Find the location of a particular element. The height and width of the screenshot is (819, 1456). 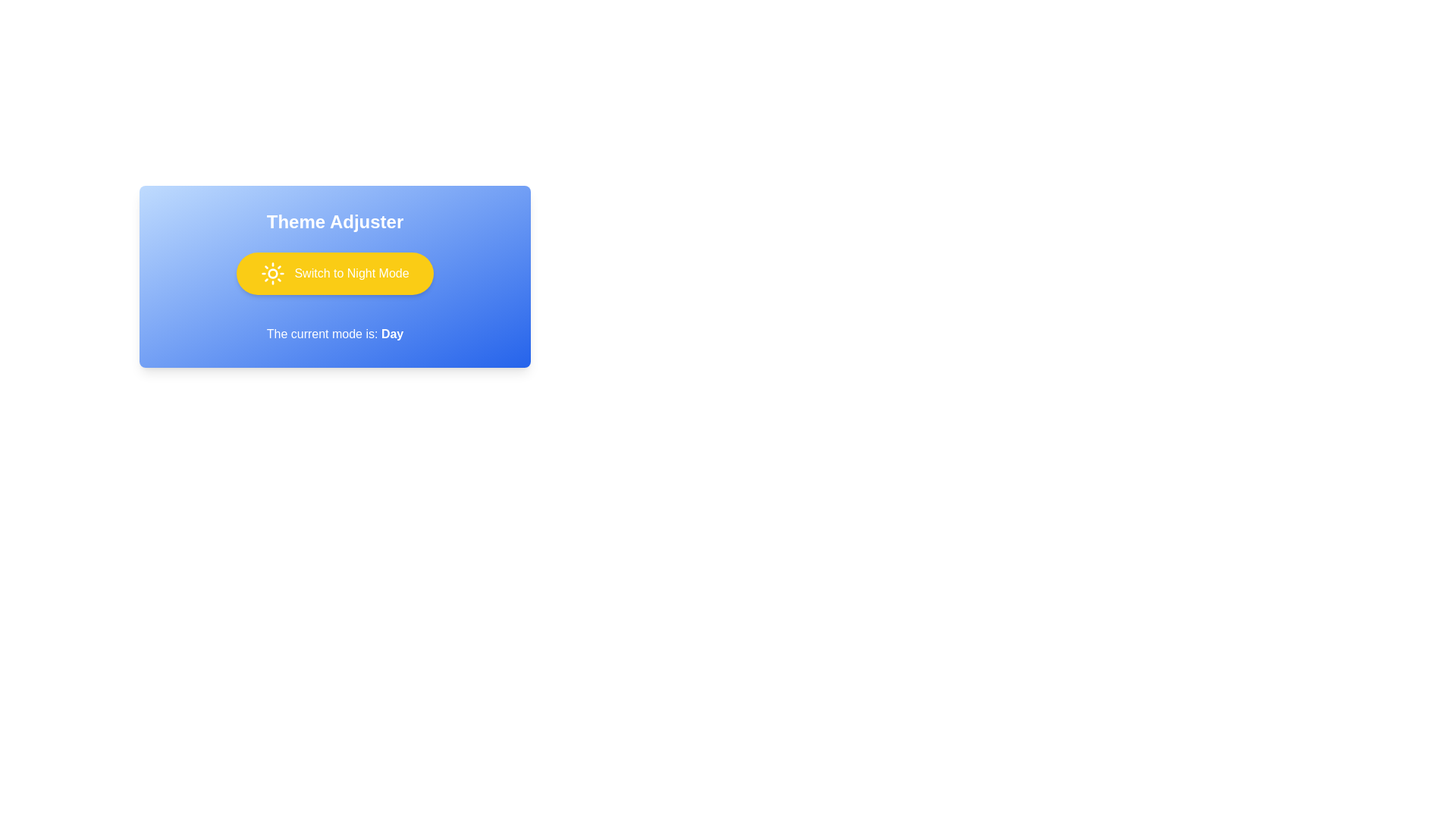

the button to observe the animation effect is located at coordinates (334, 274).